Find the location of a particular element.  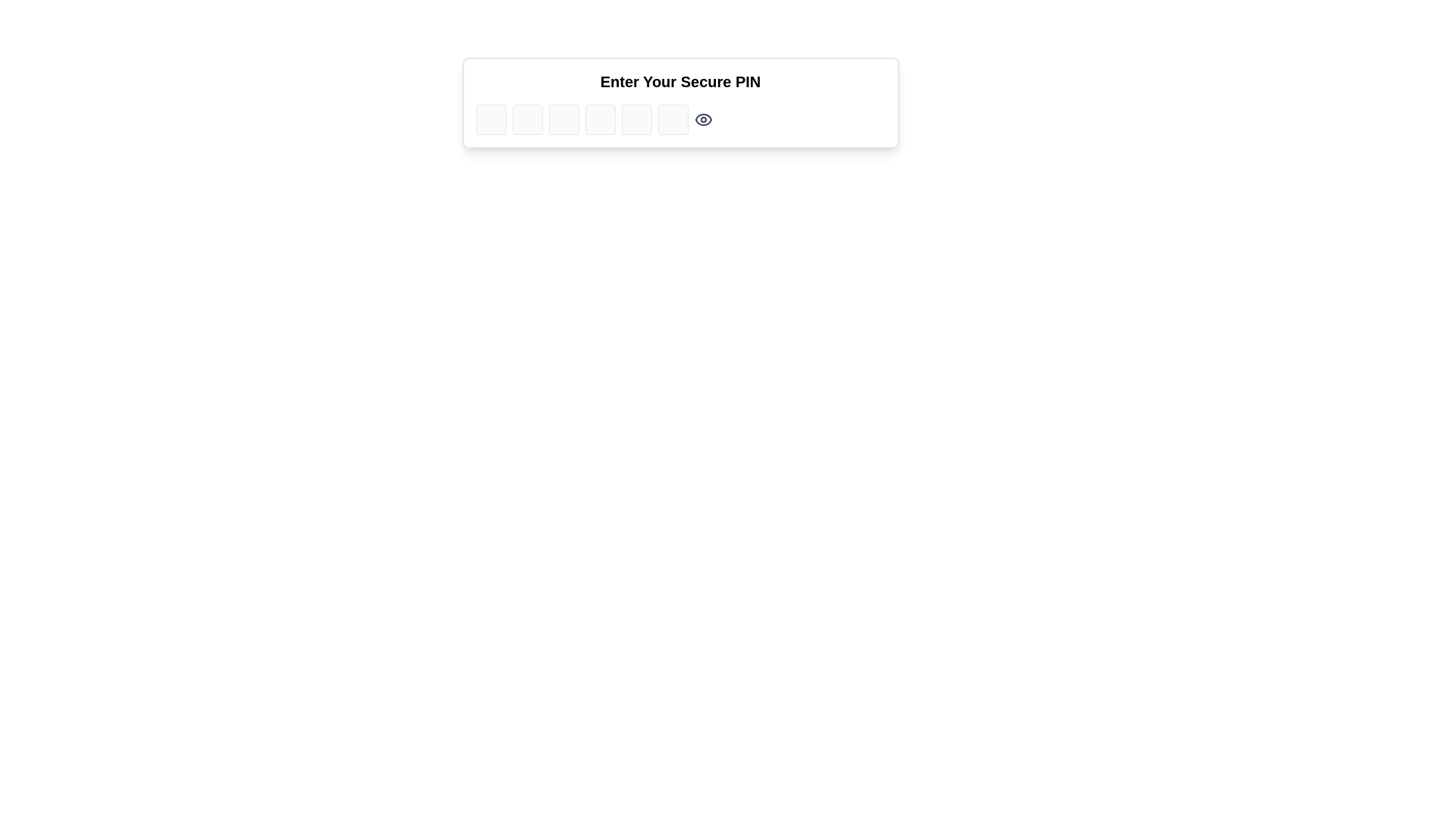

the Password input field, which is the fourth in a horizontal sequence of six, to focus on the field is located at coordinates (599, 119).